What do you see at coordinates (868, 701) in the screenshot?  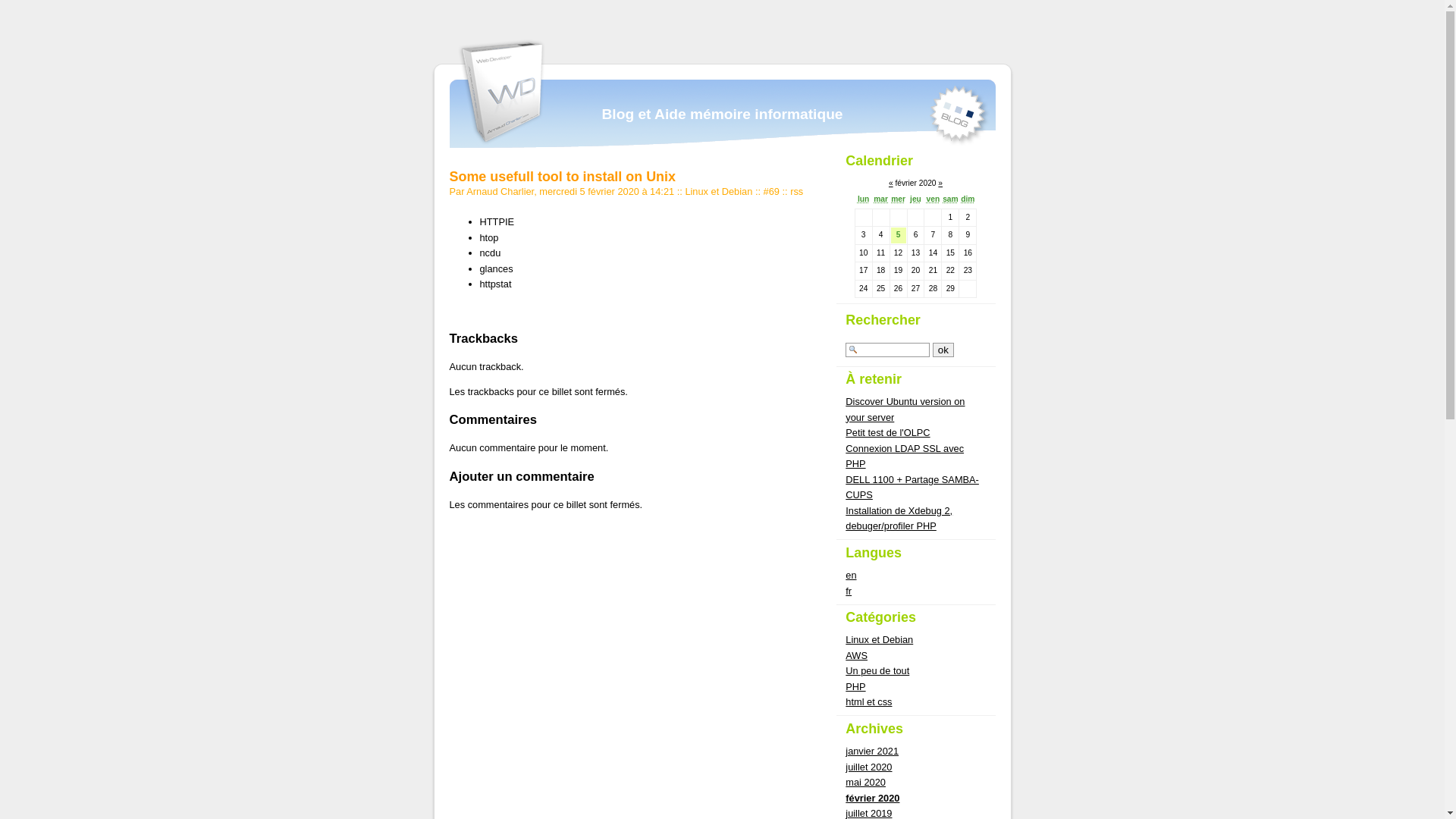 I see `'html et css'` at bounding box center [868, 701].